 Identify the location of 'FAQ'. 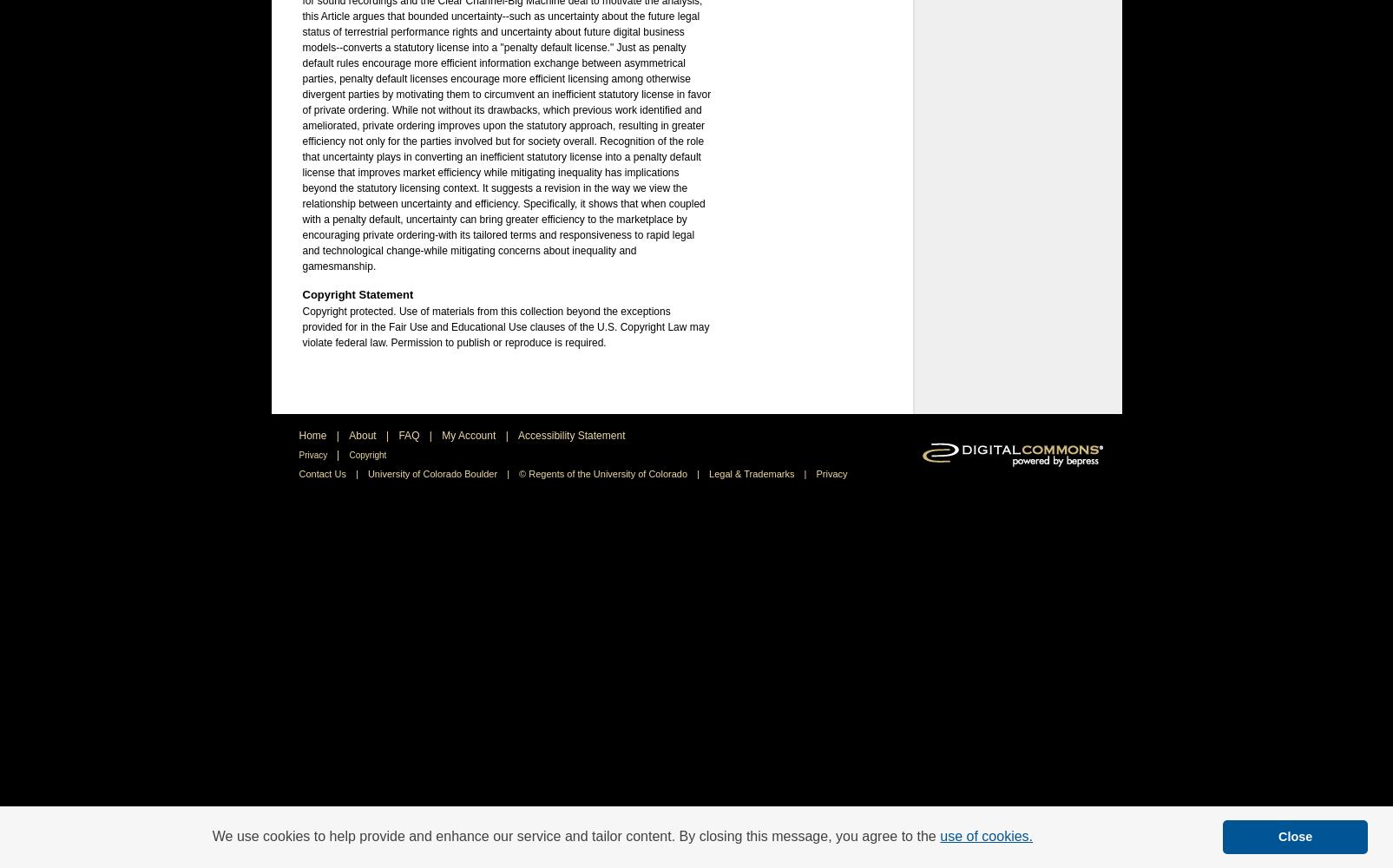
(410, 435).